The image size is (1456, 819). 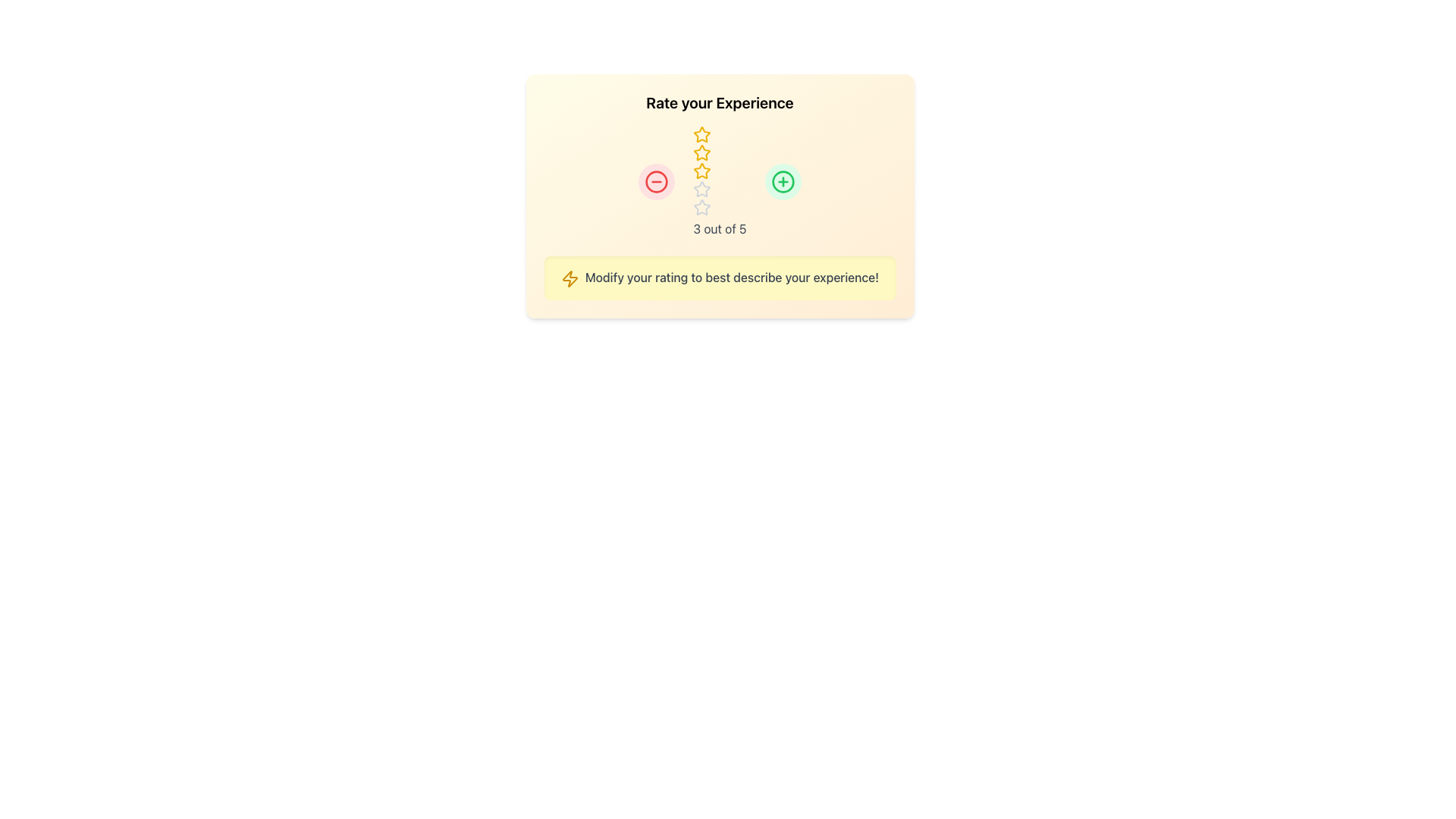 I want to click on the text label displaying the rating '3 out of 5', which is centrally aligned under a row of five stars, so click(x=719, y=228).